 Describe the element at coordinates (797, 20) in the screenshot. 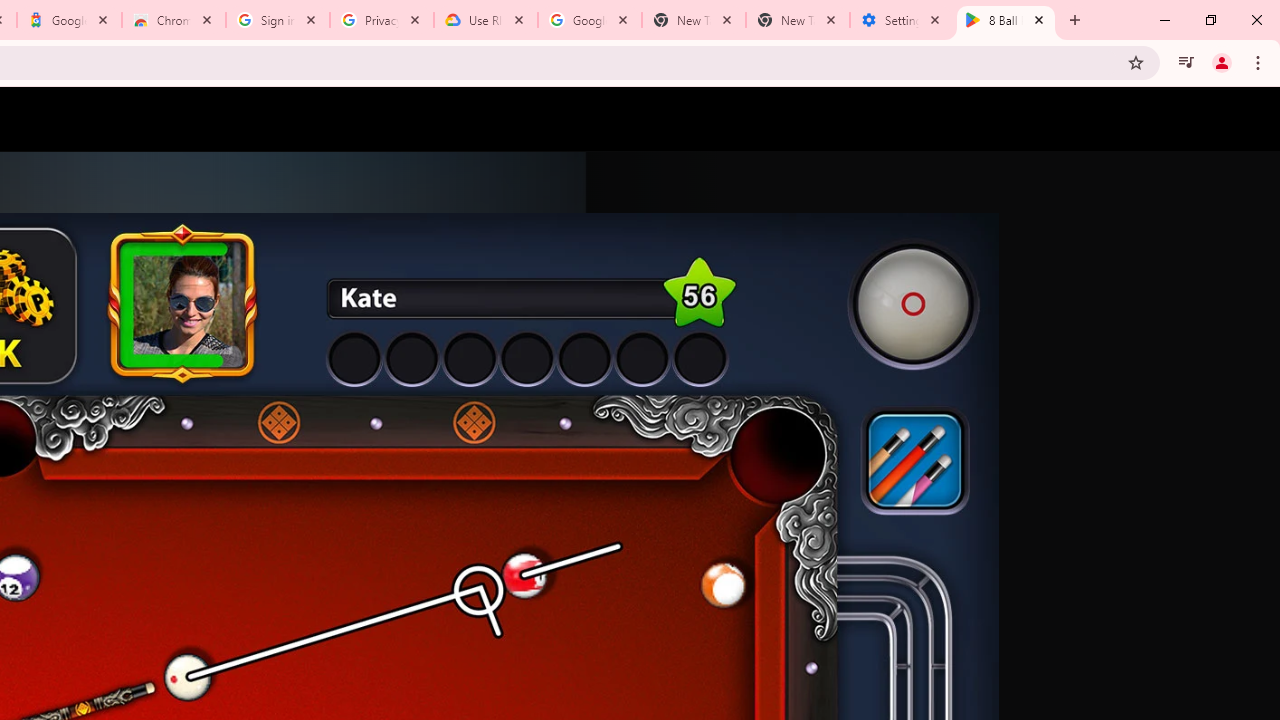

I see `'New Tab'` at that location.